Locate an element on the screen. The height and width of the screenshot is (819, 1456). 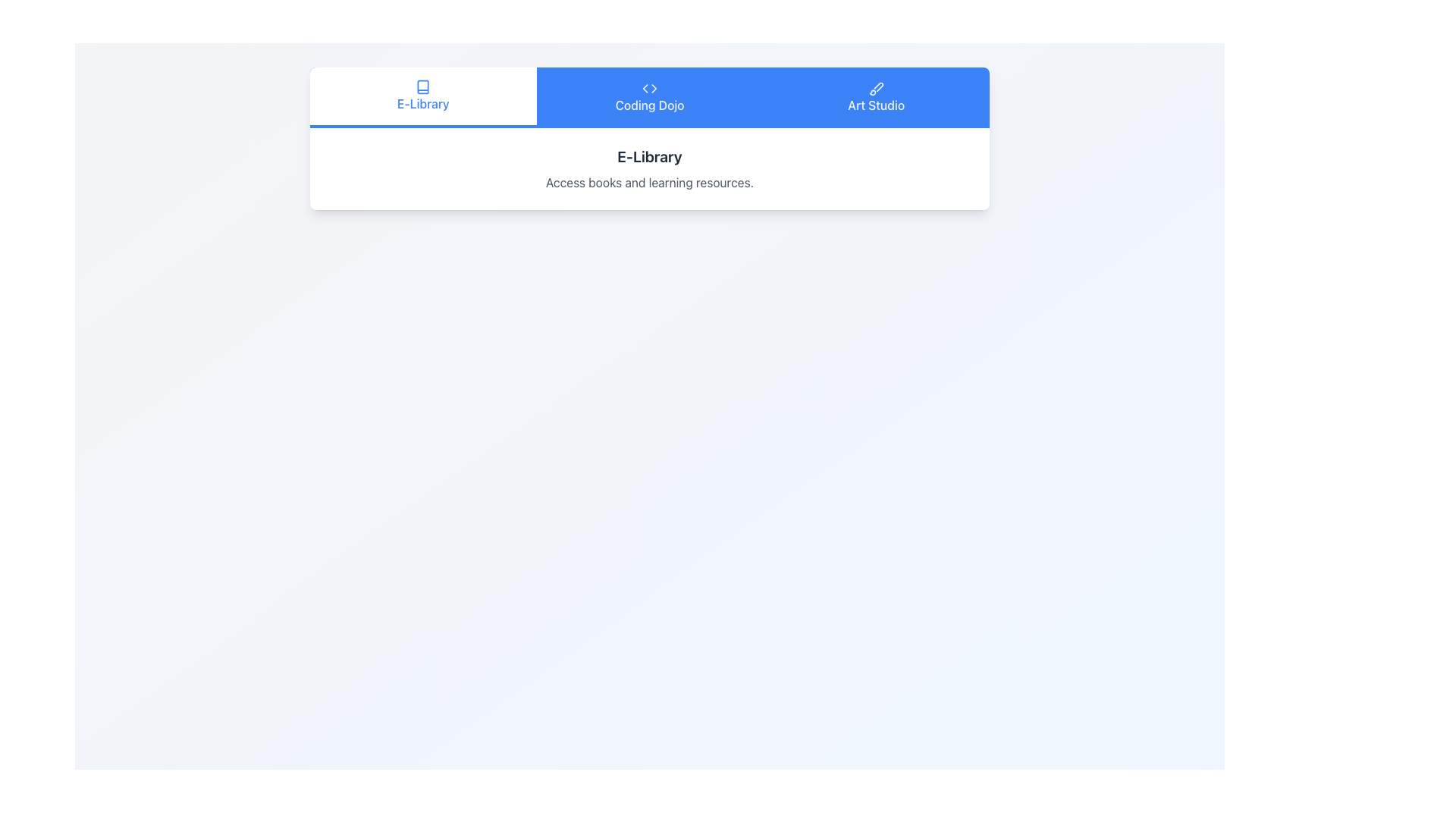
text label that serves as the title or header for the section, positioned above the descriptive text 'Access books and learning resources.' is located at coordinates (650, 157).